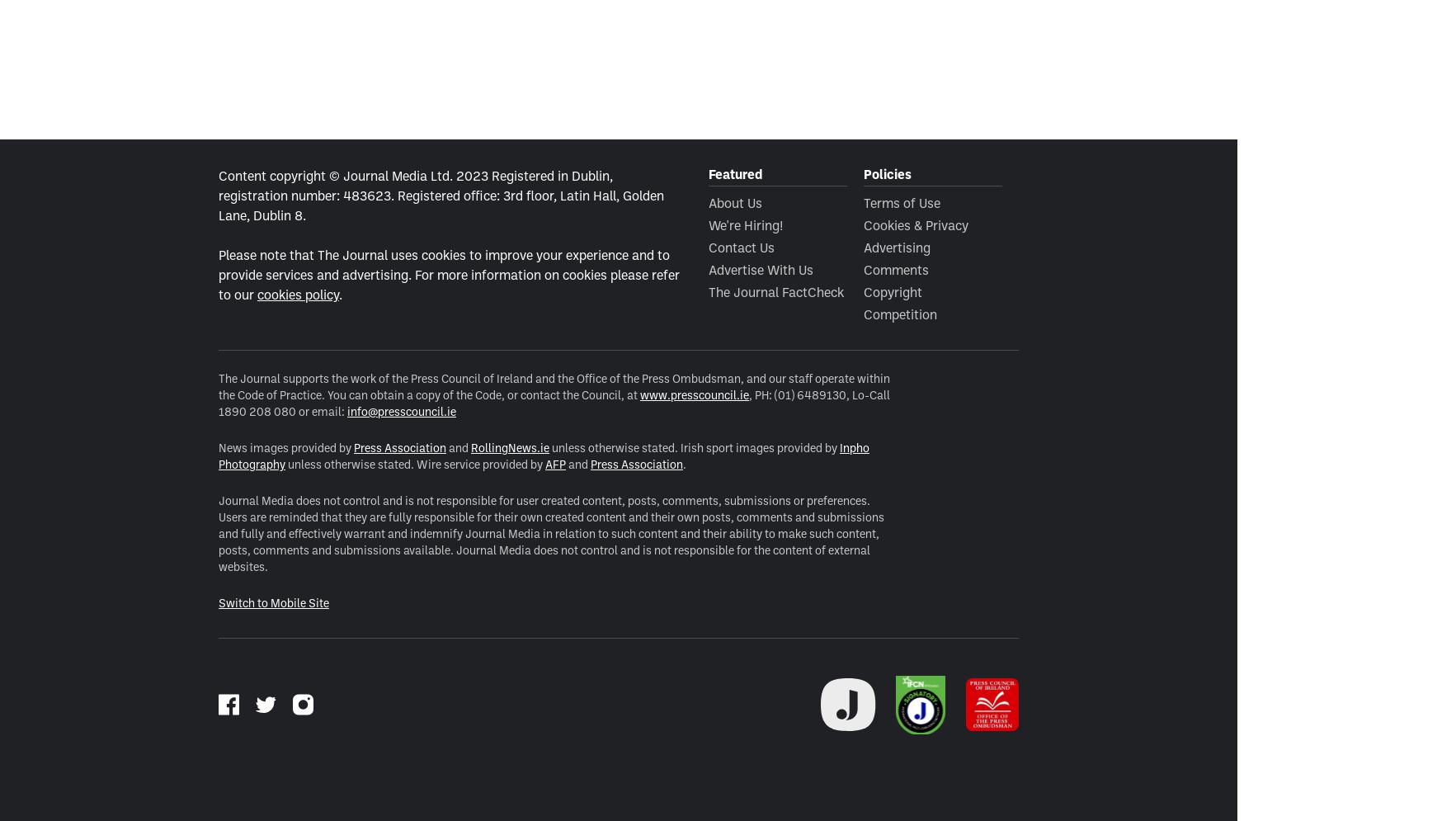 The width and height of the screenshot is (1456, 821). I want to click on 'unless otherwise stated. Wire service provided by', so click(414, 463).